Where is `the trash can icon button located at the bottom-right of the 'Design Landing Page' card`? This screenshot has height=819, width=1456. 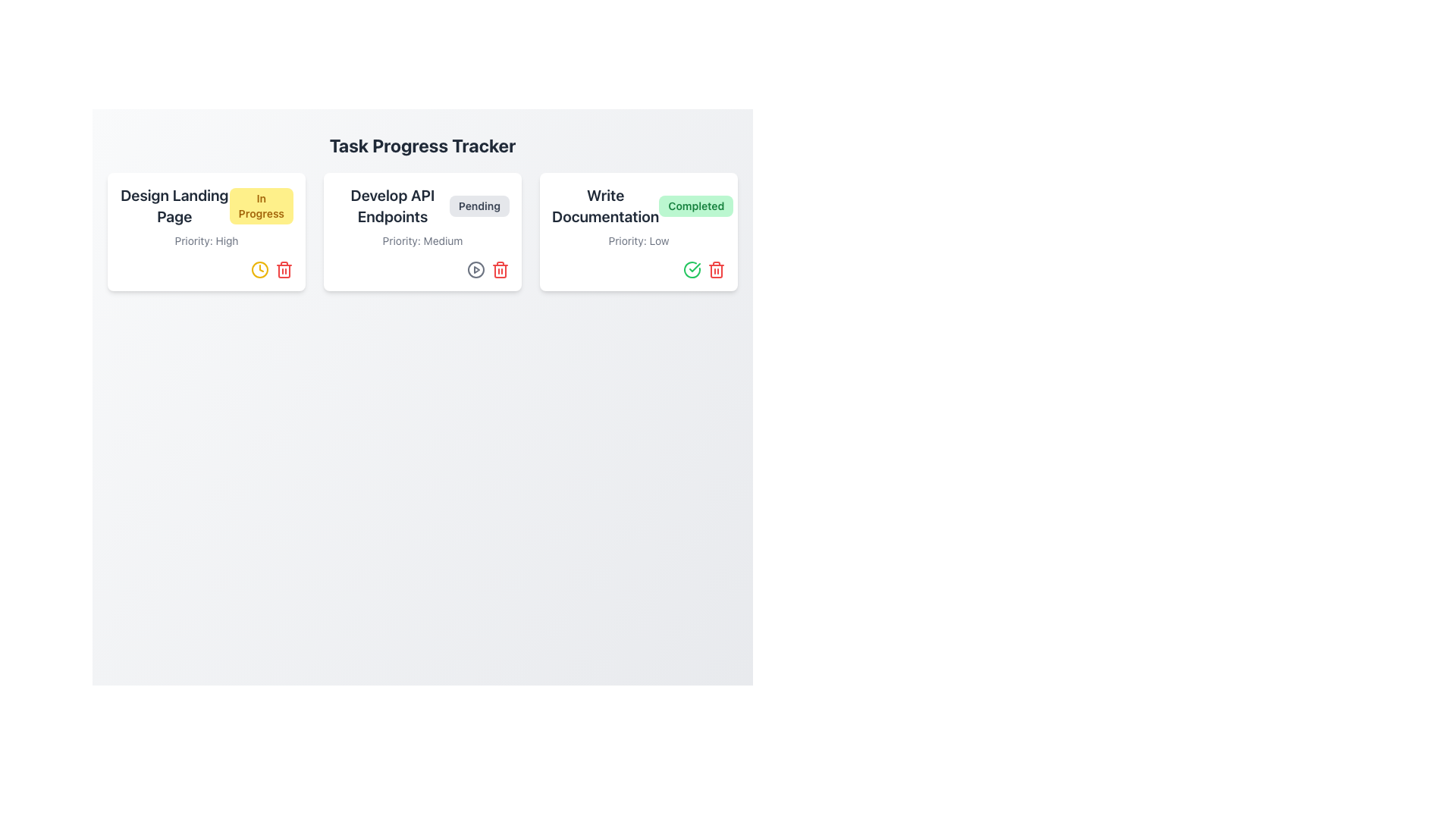 the trash can icon button located at the bottom-right of the 'Design Landing Page' card is located at coordinates (284, 268).